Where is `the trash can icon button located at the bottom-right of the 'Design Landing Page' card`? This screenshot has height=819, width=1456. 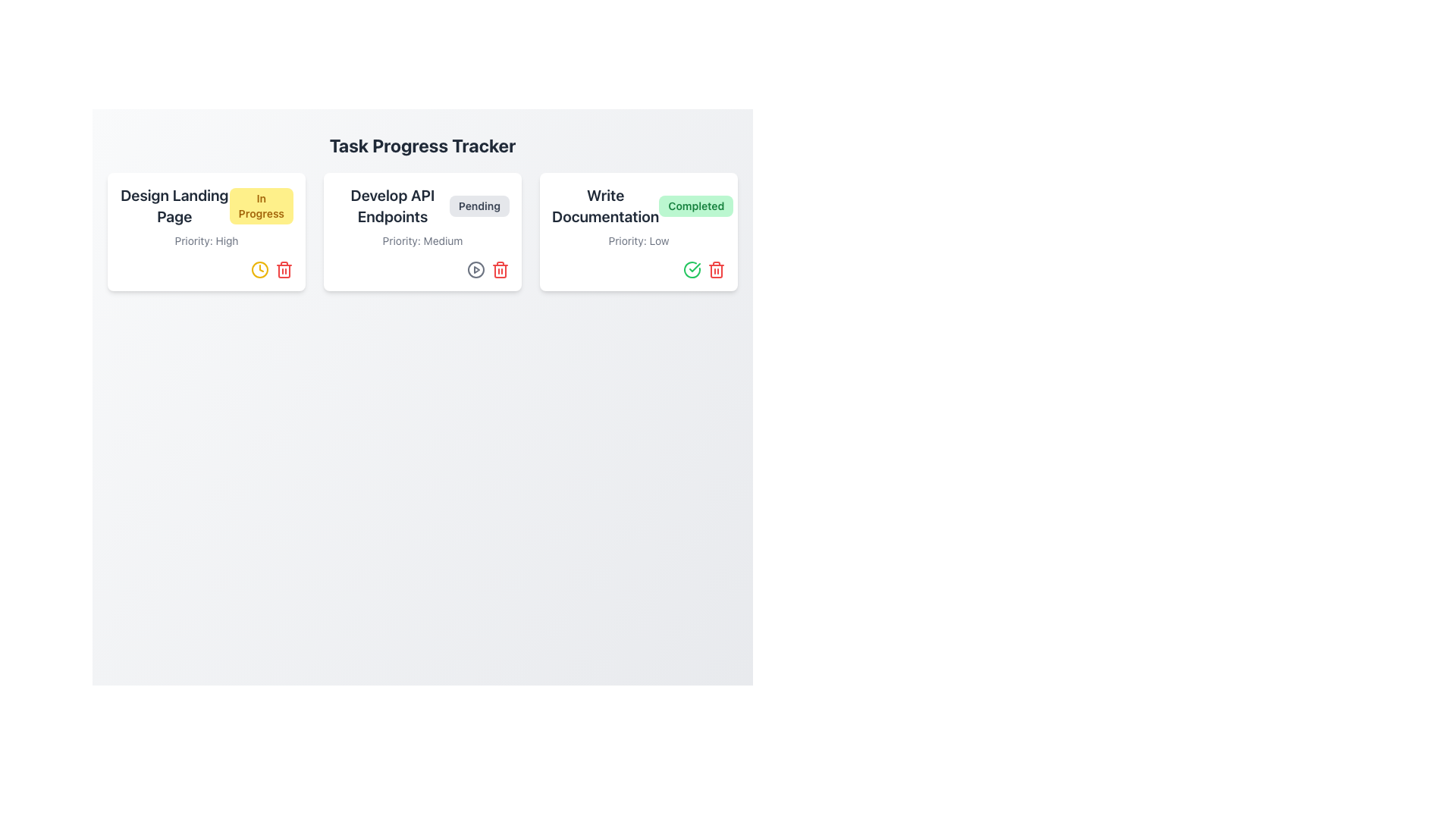 the trash can icon button located at the bottom-right of the 'Design Landing Page' card is located at coordinates (284, 268).